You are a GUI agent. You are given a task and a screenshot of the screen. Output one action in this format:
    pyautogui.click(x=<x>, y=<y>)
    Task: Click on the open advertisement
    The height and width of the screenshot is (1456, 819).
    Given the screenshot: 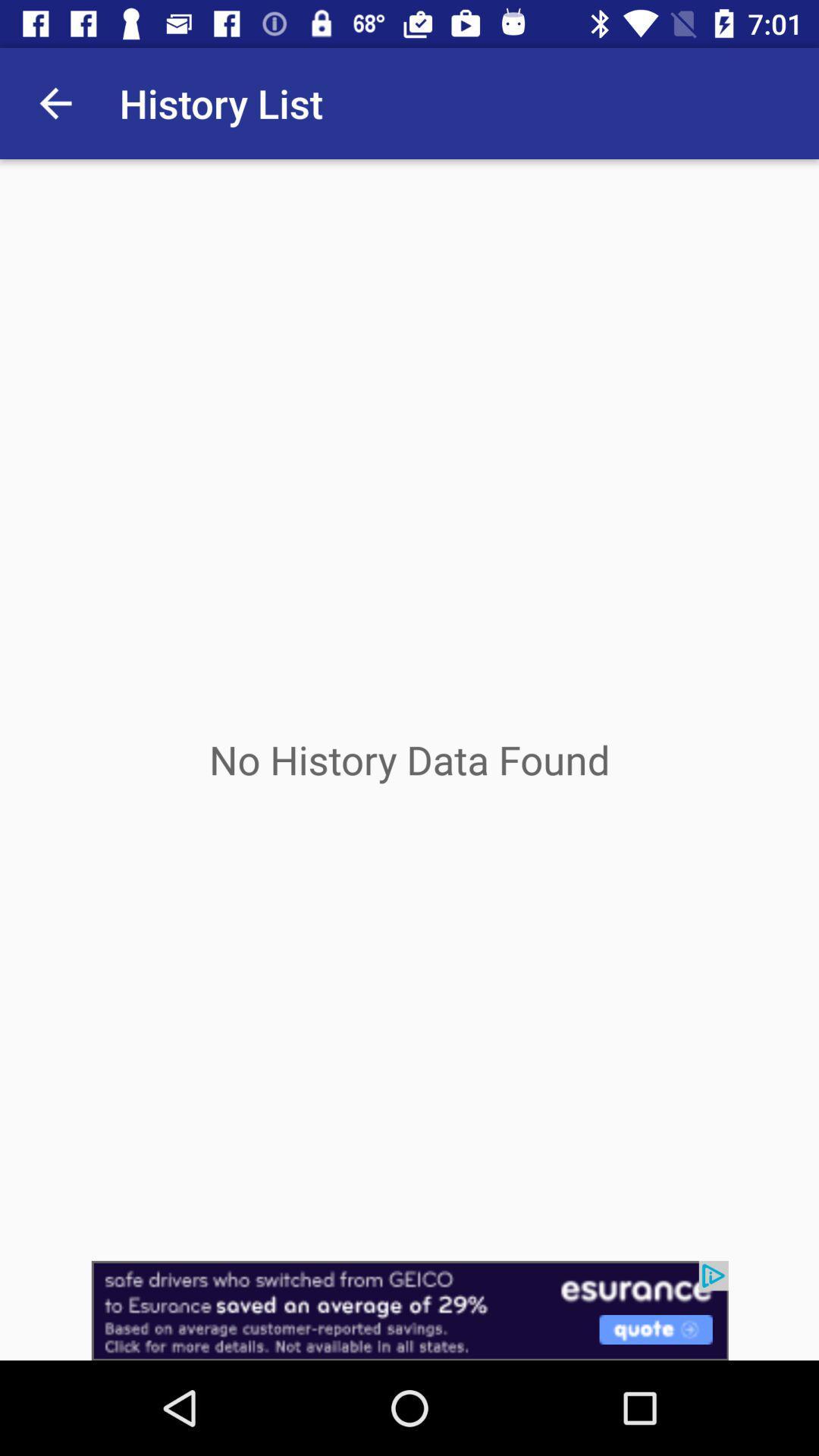 What is the action you would take?
    pyautogui.click(x=409, y=1310)
    